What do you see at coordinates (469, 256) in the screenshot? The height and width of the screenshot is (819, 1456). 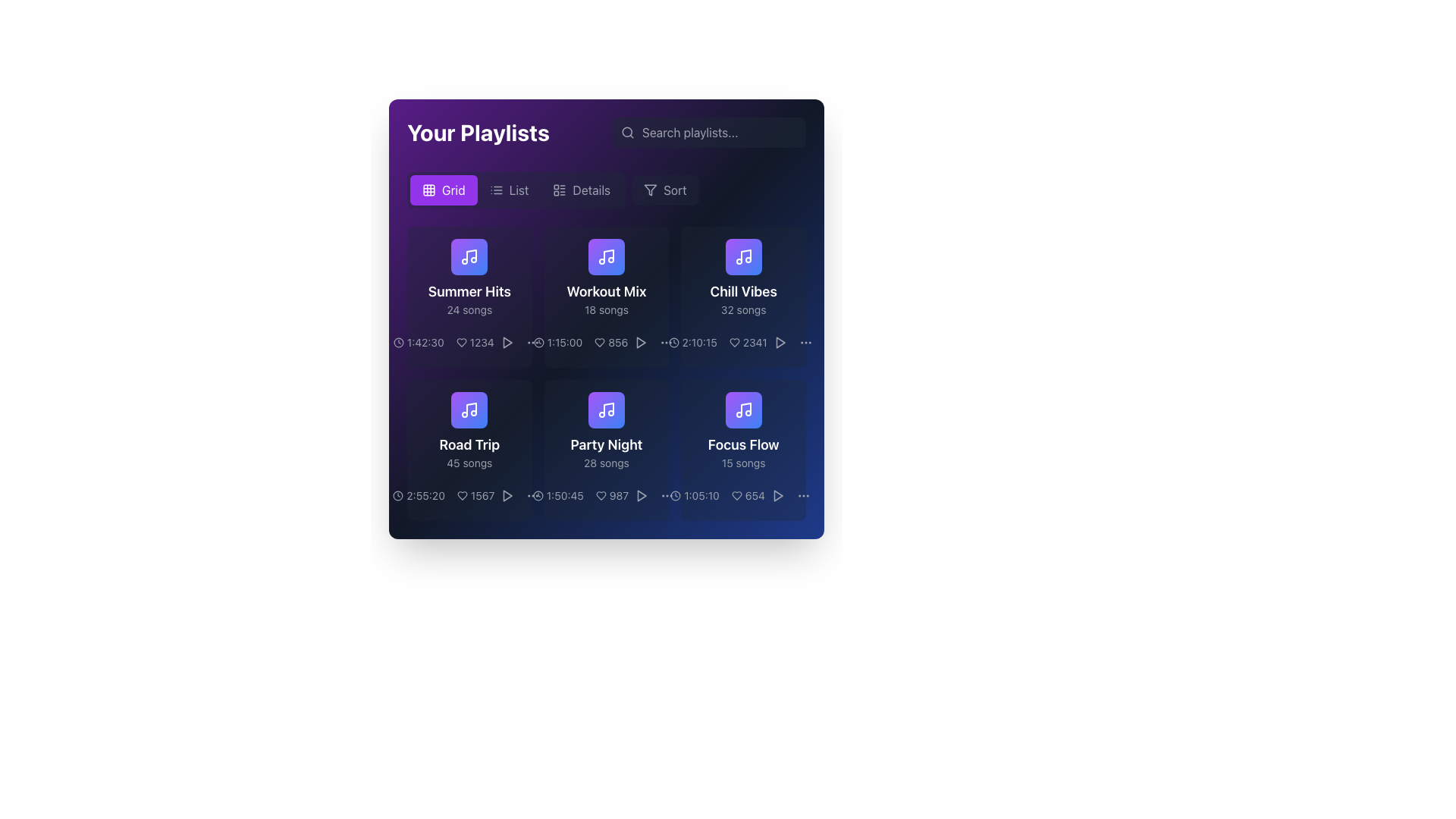 I see `the 'Summer Hits' playlist icon` at bounding box center [469, 256].